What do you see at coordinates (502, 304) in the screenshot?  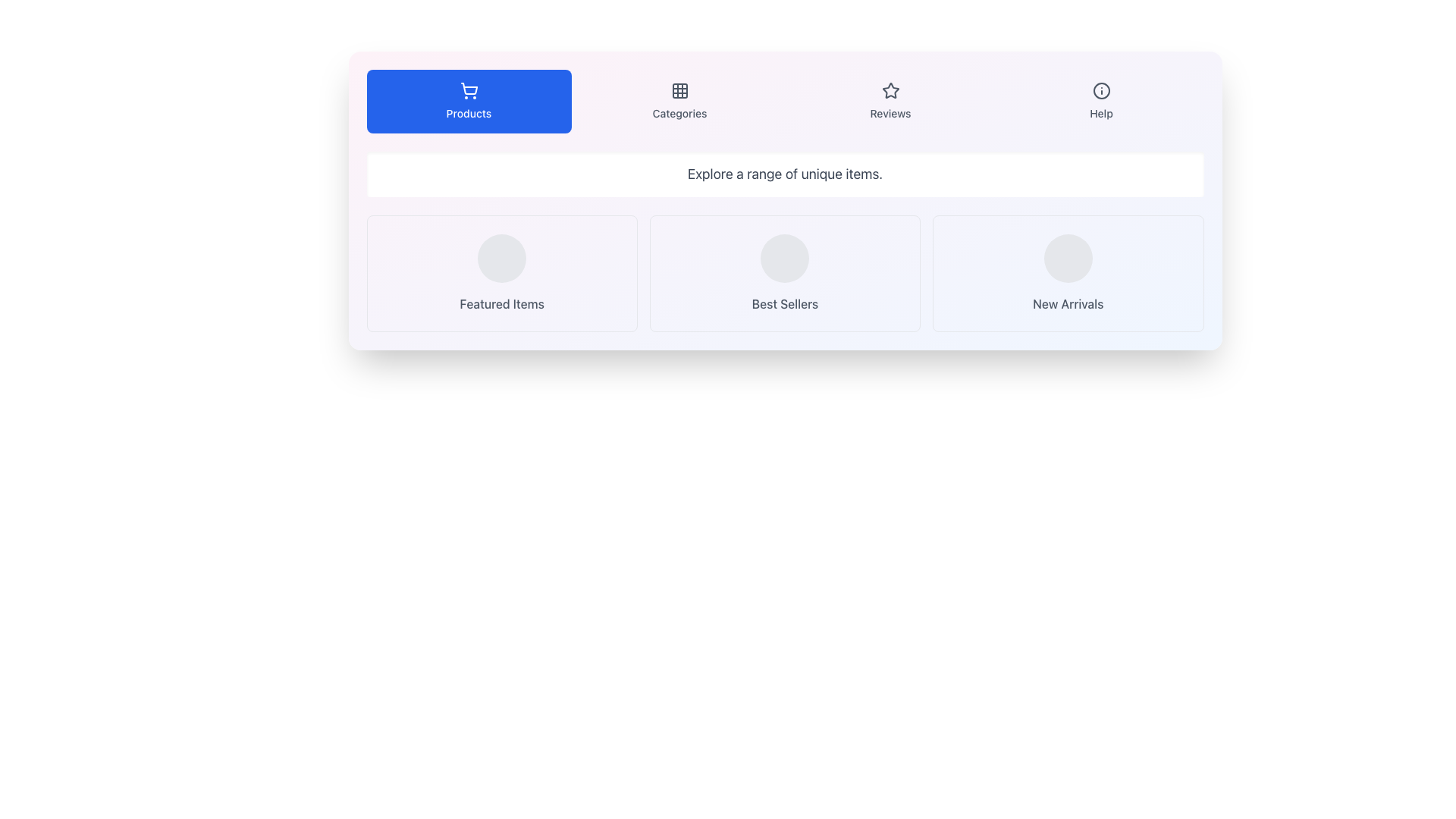 I see `the text label displaying 'Featured Items', which is styled with a gray font color and medium font weight, located within a card towards the left side of a row of cards` at bounding box center [502, 304].